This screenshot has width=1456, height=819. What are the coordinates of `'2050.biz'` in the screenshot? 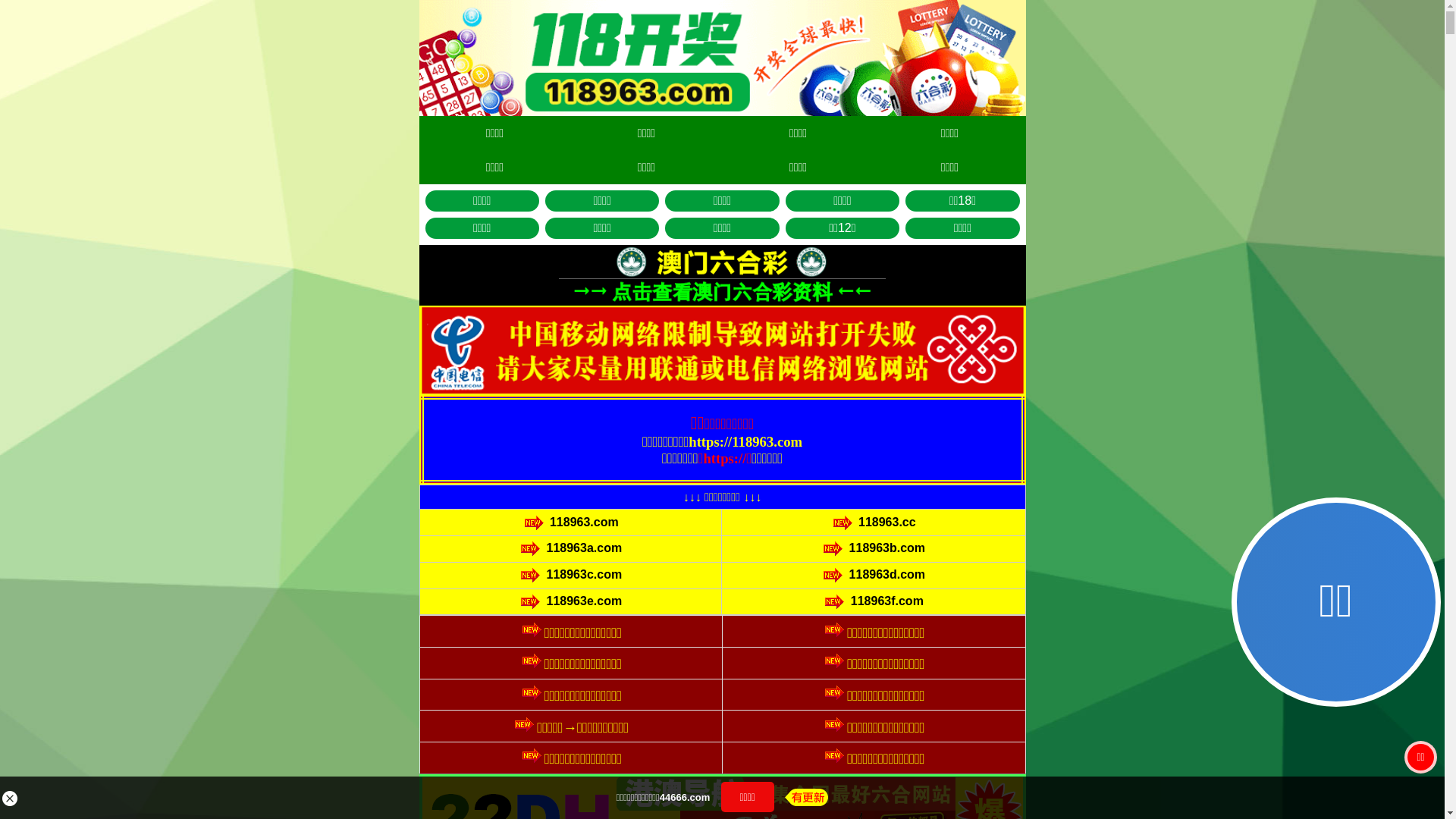 It's located at (786, 481).